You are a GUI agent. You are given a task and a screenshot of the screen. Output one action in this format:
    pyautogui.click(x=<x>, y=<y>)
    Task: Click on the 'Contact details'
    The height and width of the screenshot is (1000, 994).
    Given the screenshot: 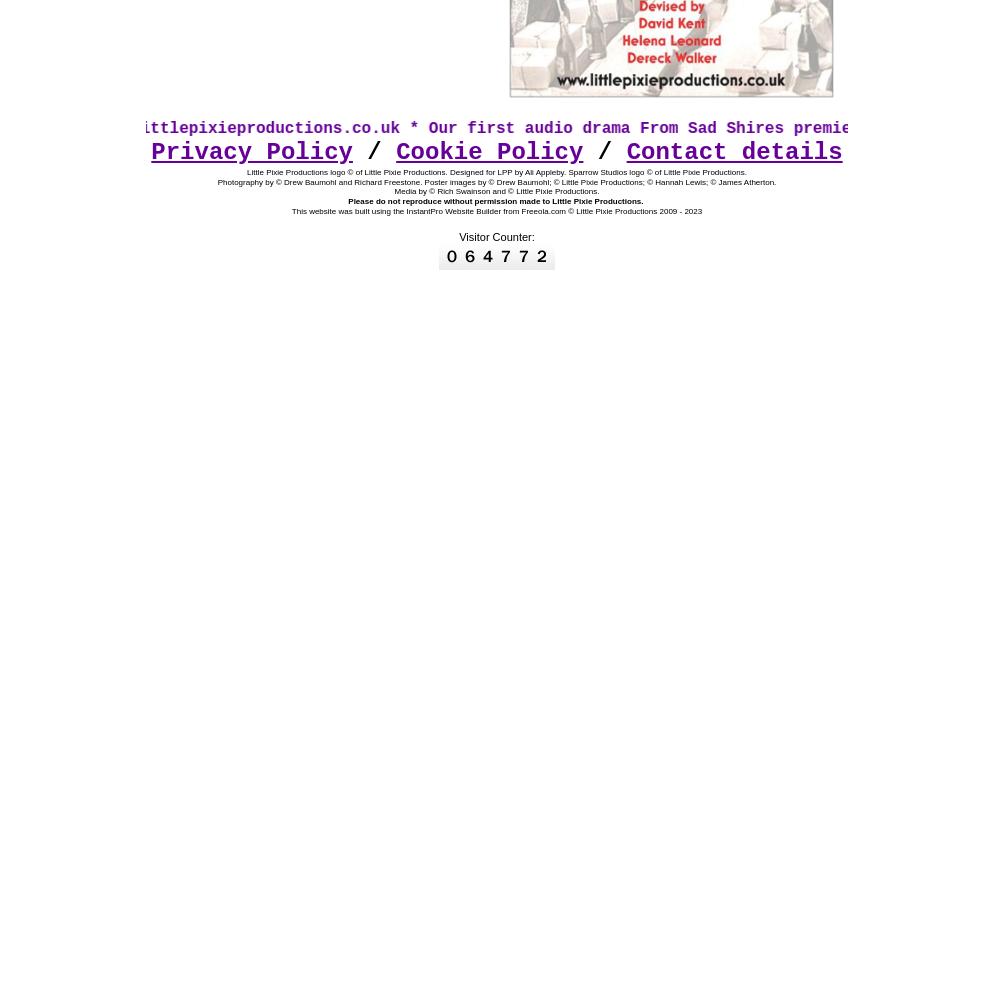 What is the action you would take?
    pyautogui.click(x=733, y=152)
    